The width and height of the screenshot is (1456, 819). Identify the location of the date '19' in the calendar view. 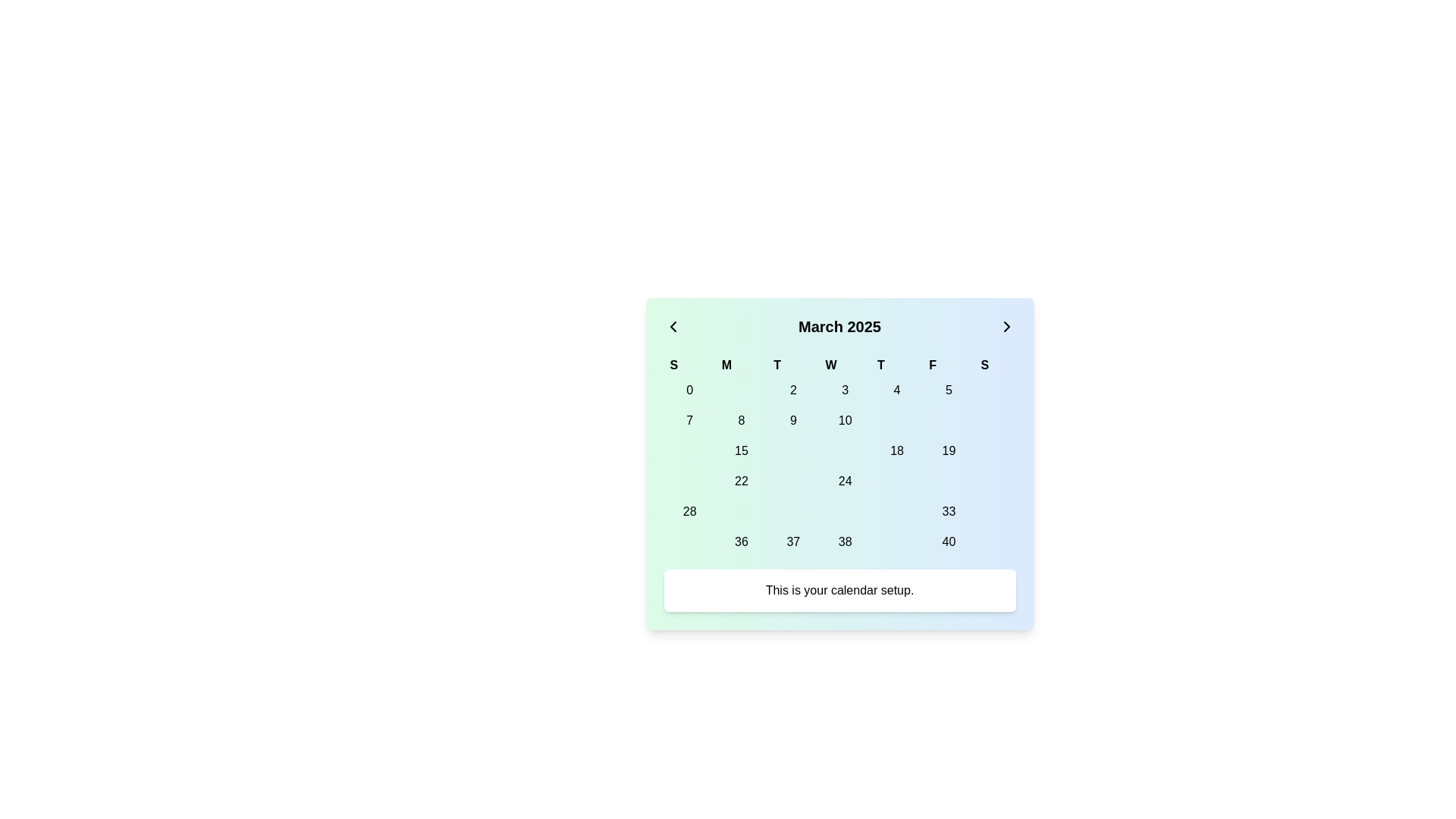
(948, 450).